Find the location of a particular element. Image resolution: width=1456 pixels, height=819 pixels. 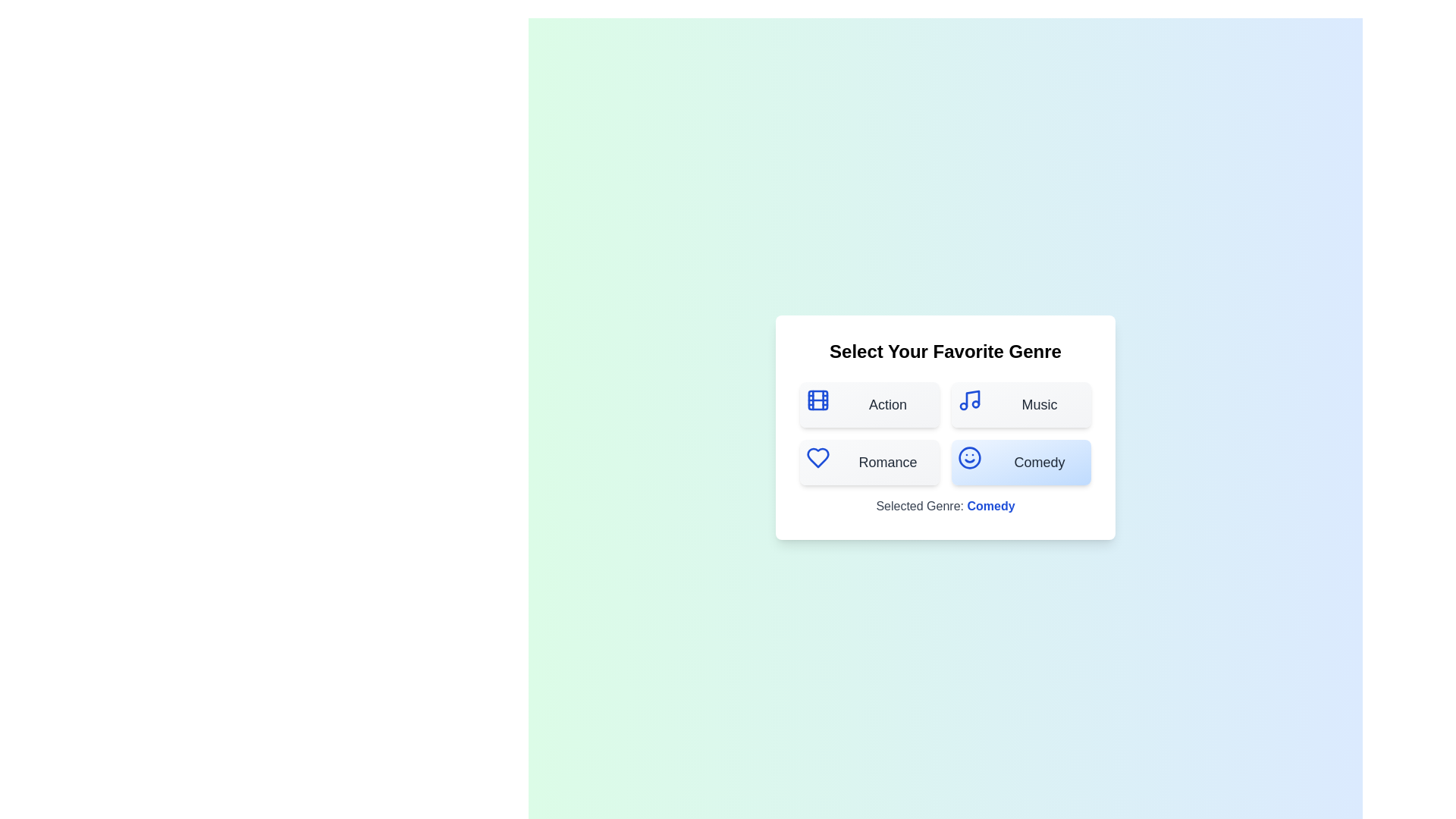

the 'Comedy' button, which is the fourth button in the genre selection section is located at coordinates (968, 457).